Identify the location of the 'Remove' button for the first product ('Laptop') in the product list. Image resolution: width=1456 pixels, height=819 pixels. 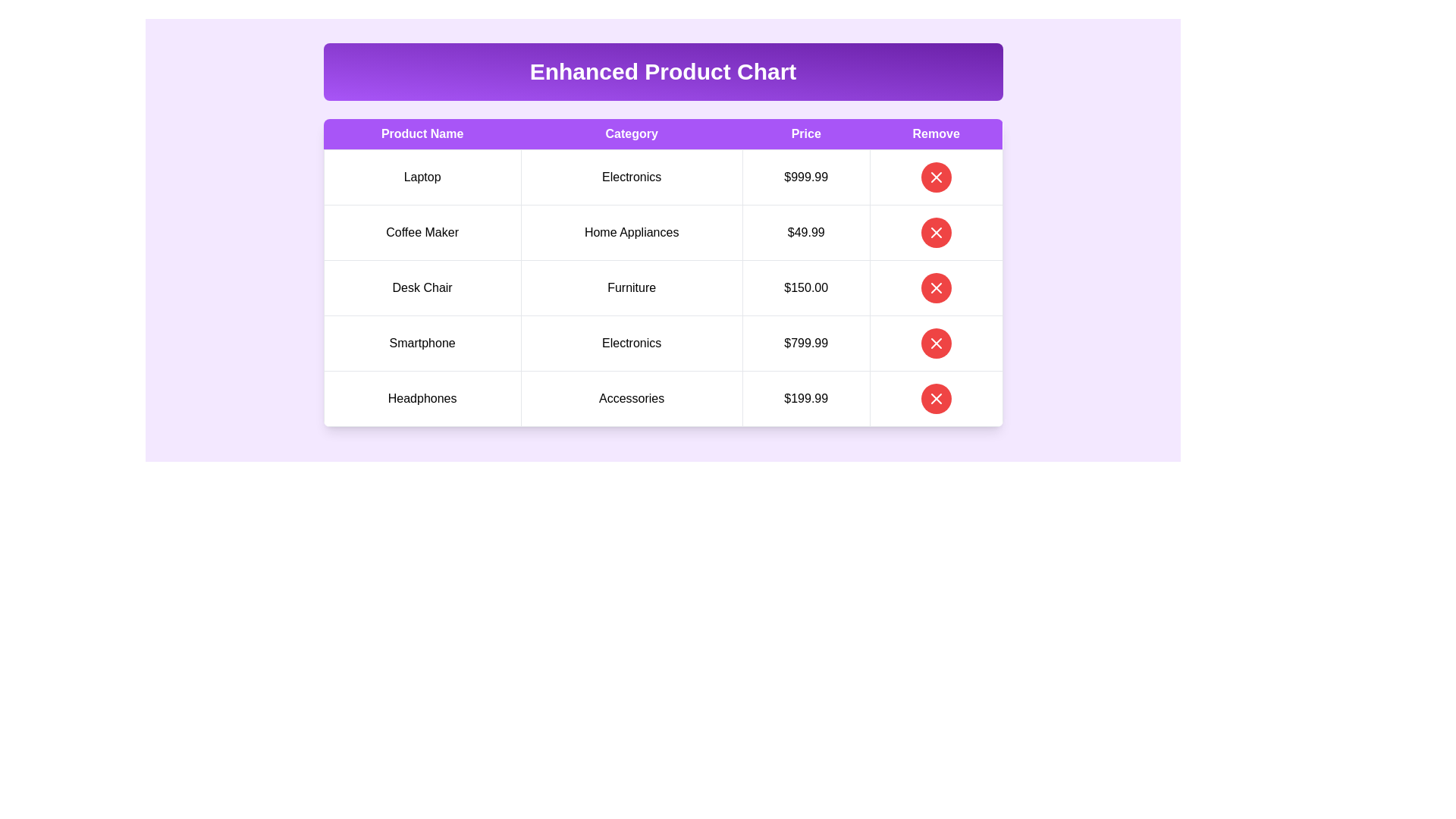
(934, 177).